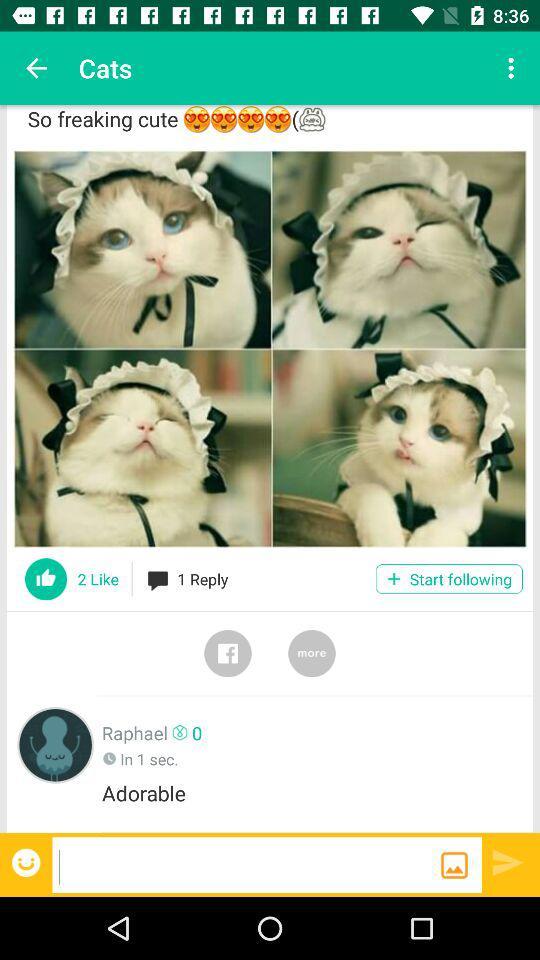 The width and height of the screenshot is (540, 960). What do you see at coordinates (36, 68) in the screenshot?
I see `item to the left of cats item` at bounding box center [36, 68].